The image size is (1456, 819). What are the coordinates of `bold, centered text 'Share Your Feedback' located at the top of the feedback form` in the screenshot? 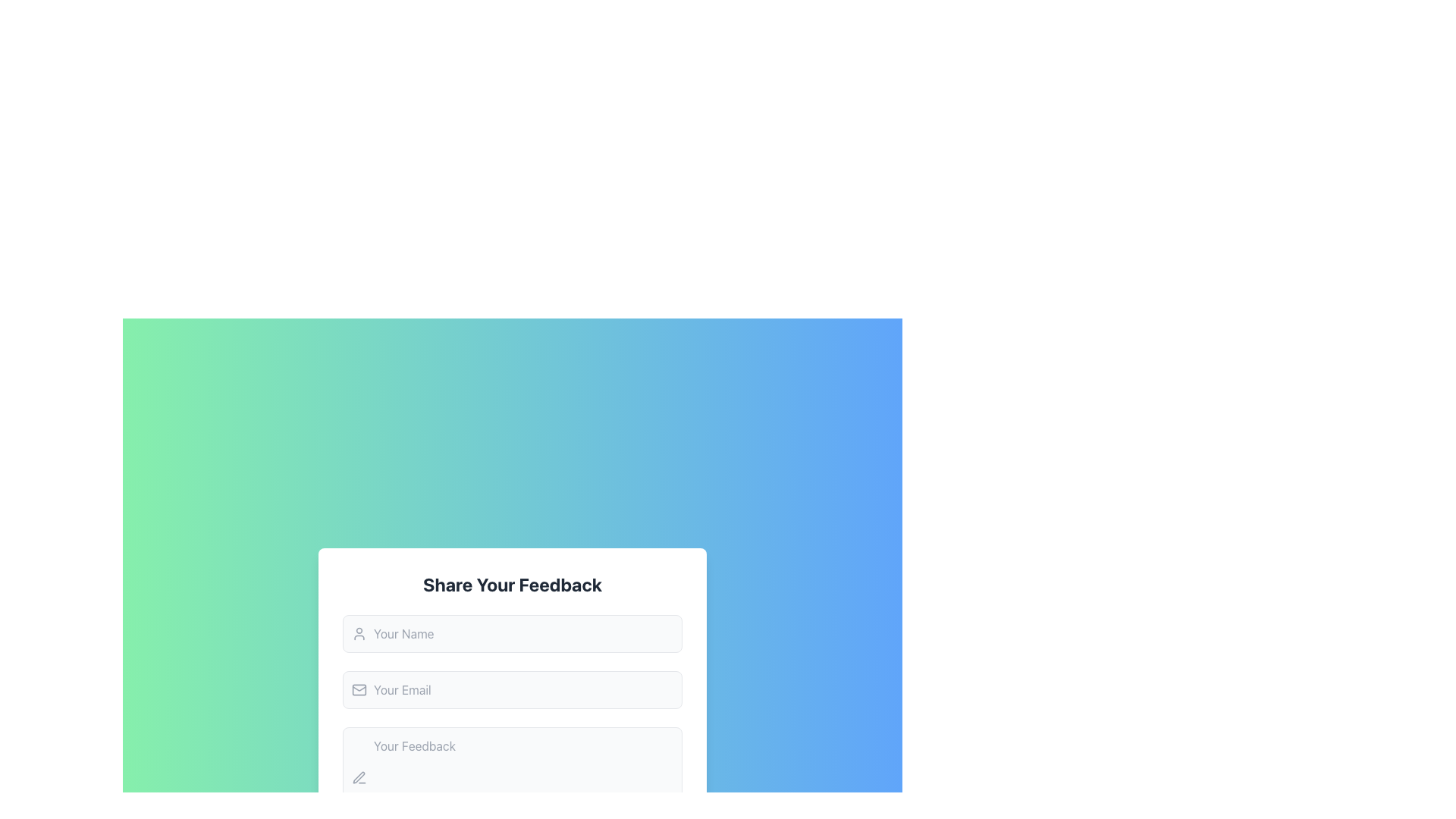 It's located at (513, 584).